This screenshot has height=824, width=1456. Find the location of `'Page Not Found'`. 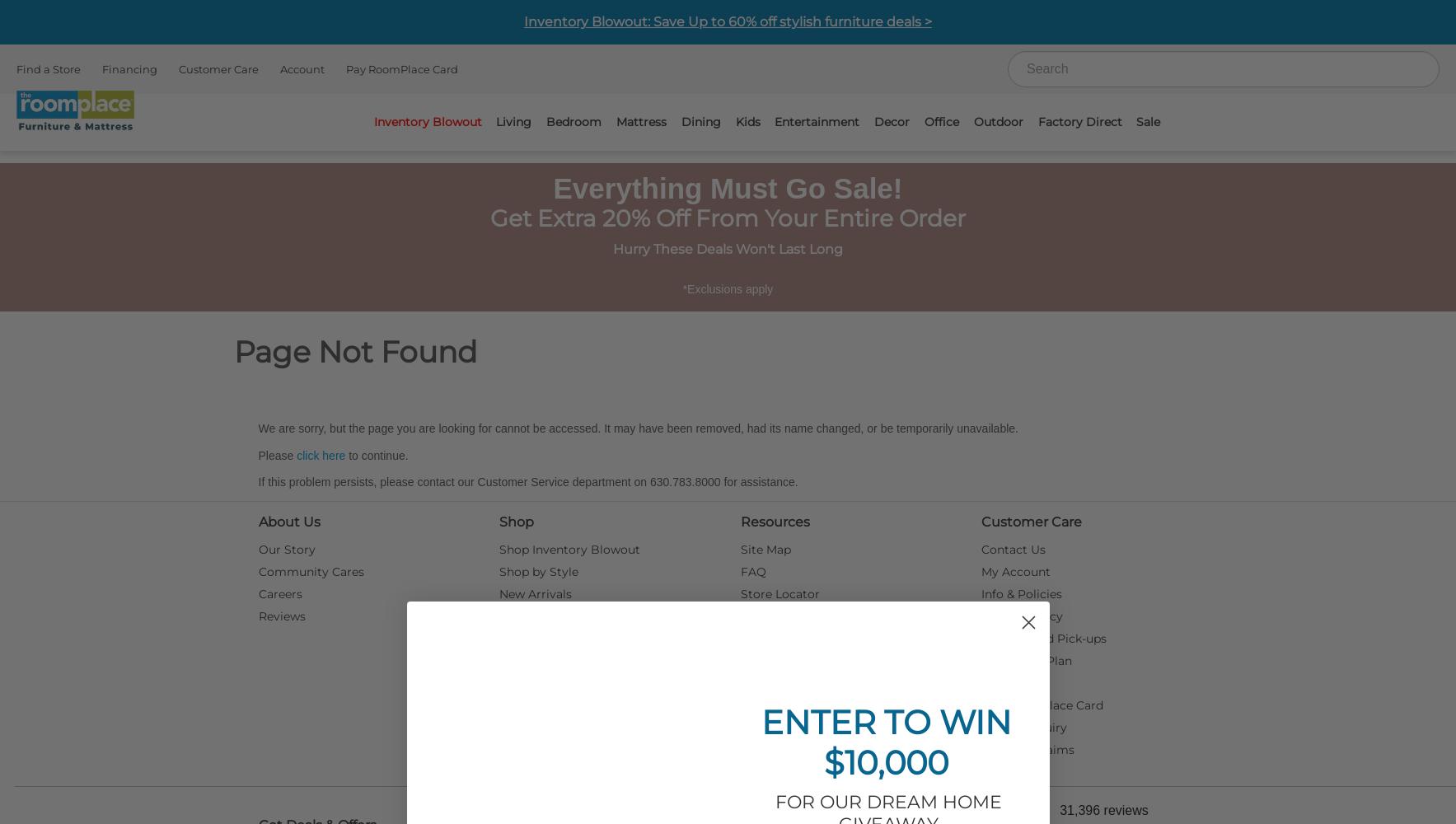

'Page Not Found' is located at coordinates (232, 352).